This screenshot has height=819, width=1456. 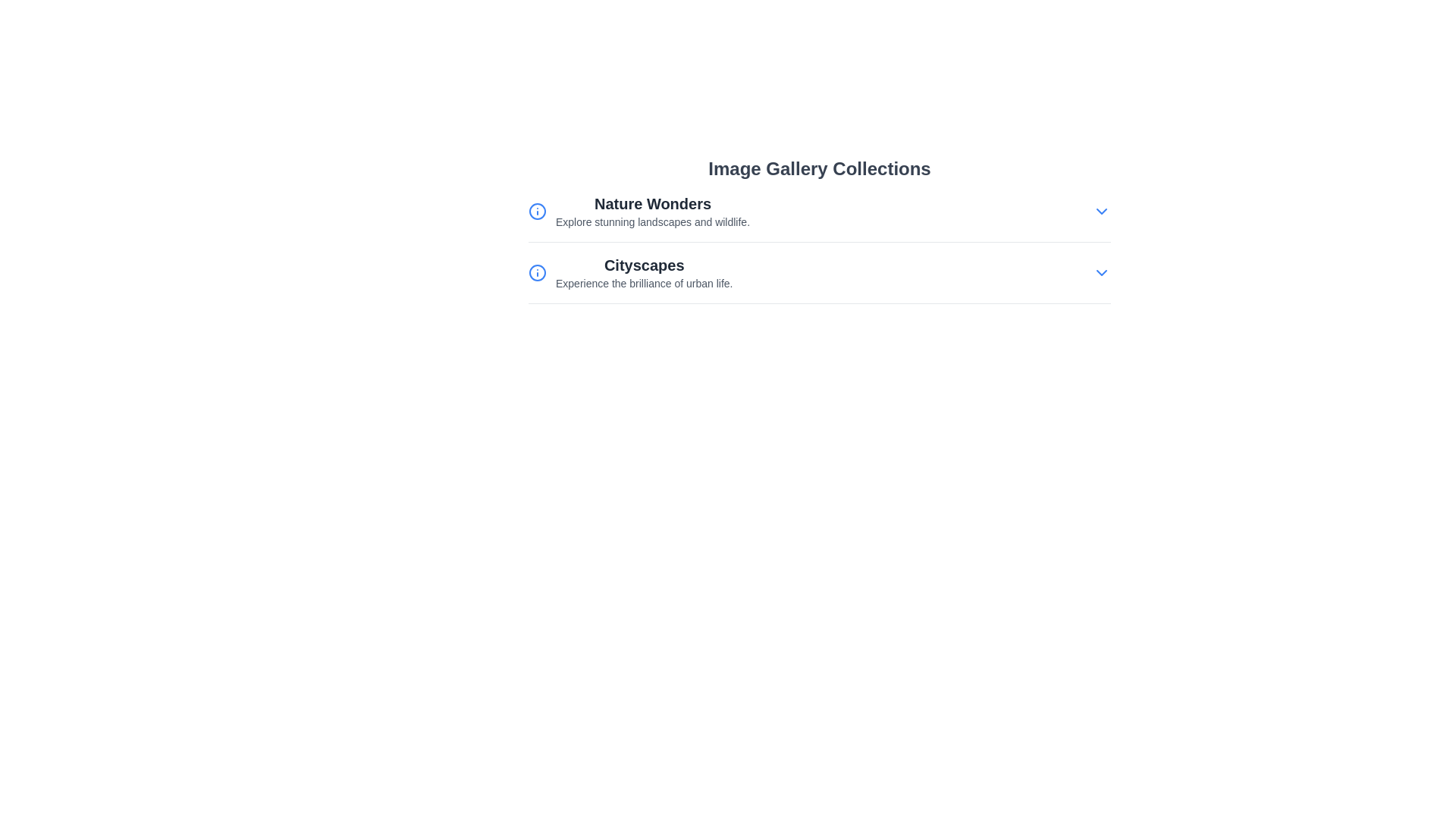 What do you see at coordinates (1102, 211) in the screenshot?
I see `the blue downward-pointing chevron icon indicating a dropdown feature next to 'Nature Wonders'` at bounding box center [1102, 211].